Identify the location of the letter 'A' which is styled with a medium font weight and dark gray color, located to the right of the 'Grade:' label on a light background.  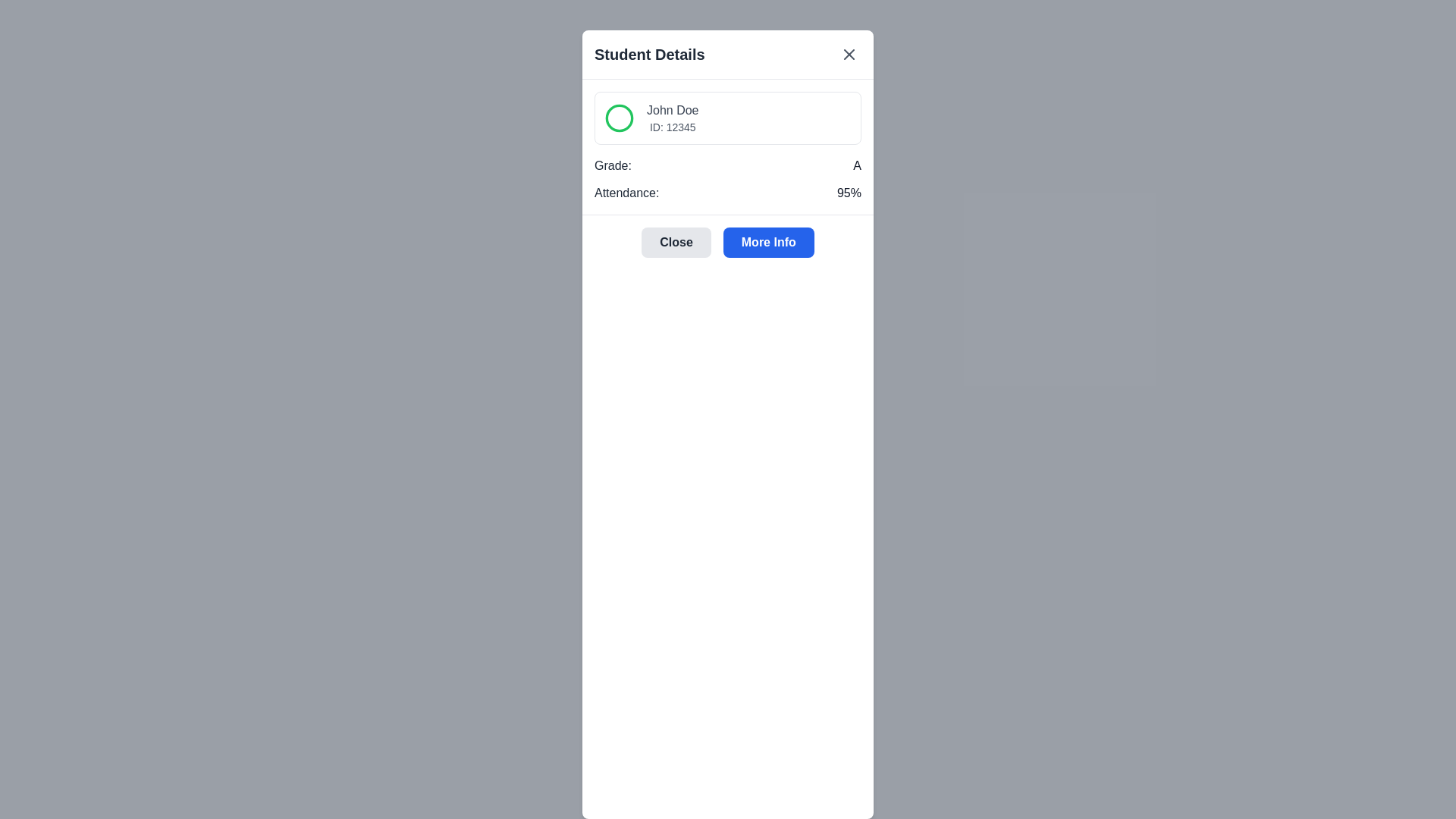
(857, 166).